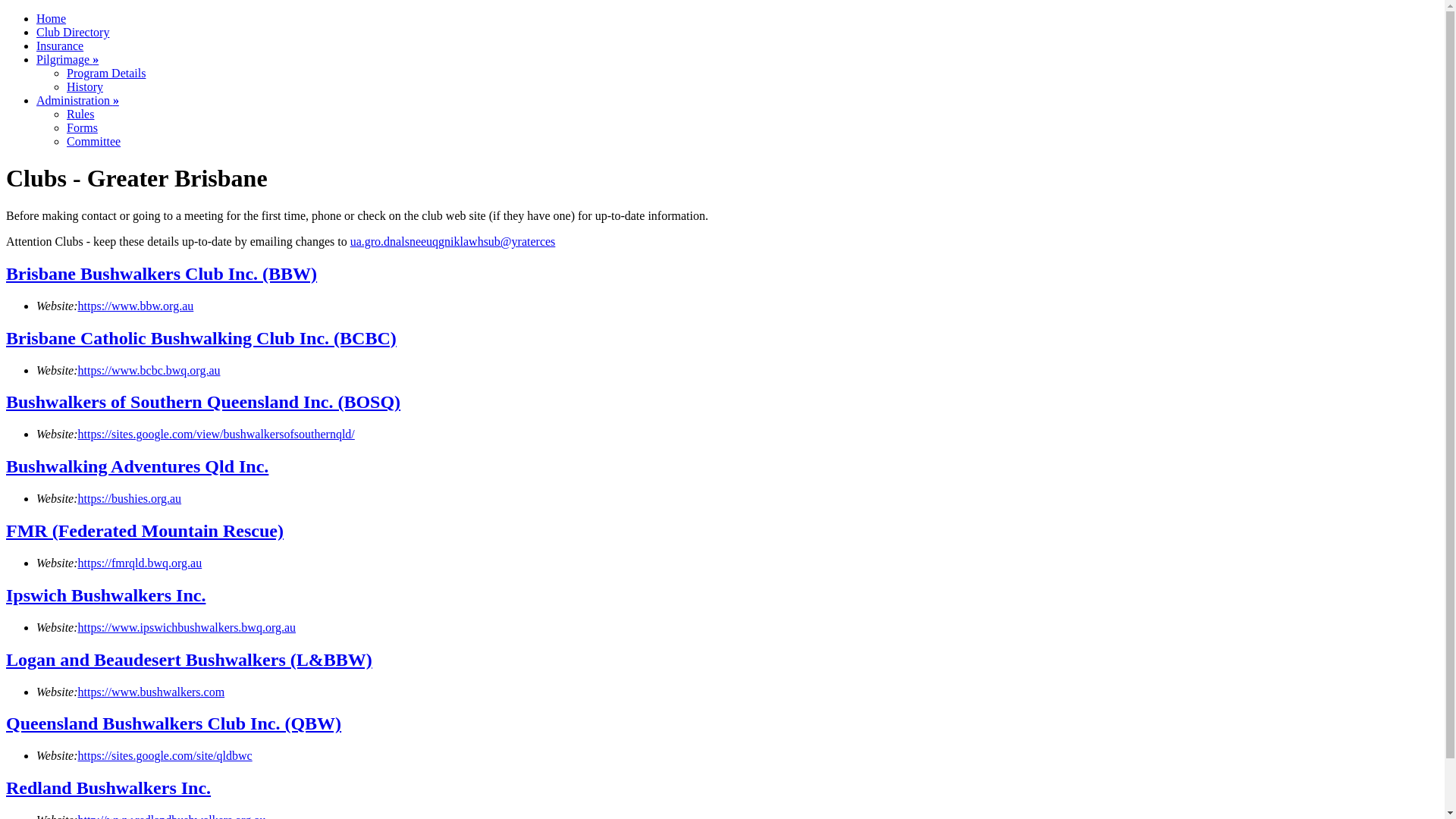 Image resolution: width=1456 pixels, height=819 pixels. Describe the element at coordinates (77, 434) in the screenshot. I see `'https://sites.google.com/view/bushwalkersofsouthernqld/'` at that location.